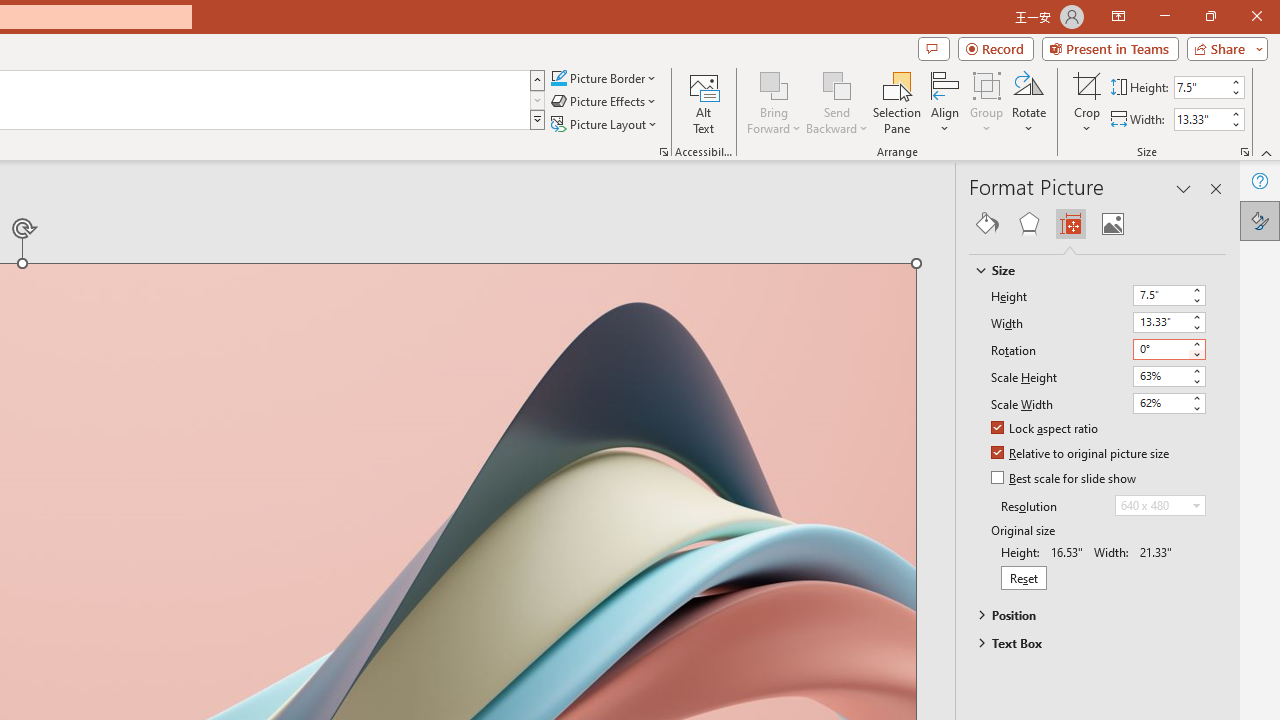 This screenshot has width=1280, height=720. I want to click on 'Lock aspect ratio', so click(1045, 428).